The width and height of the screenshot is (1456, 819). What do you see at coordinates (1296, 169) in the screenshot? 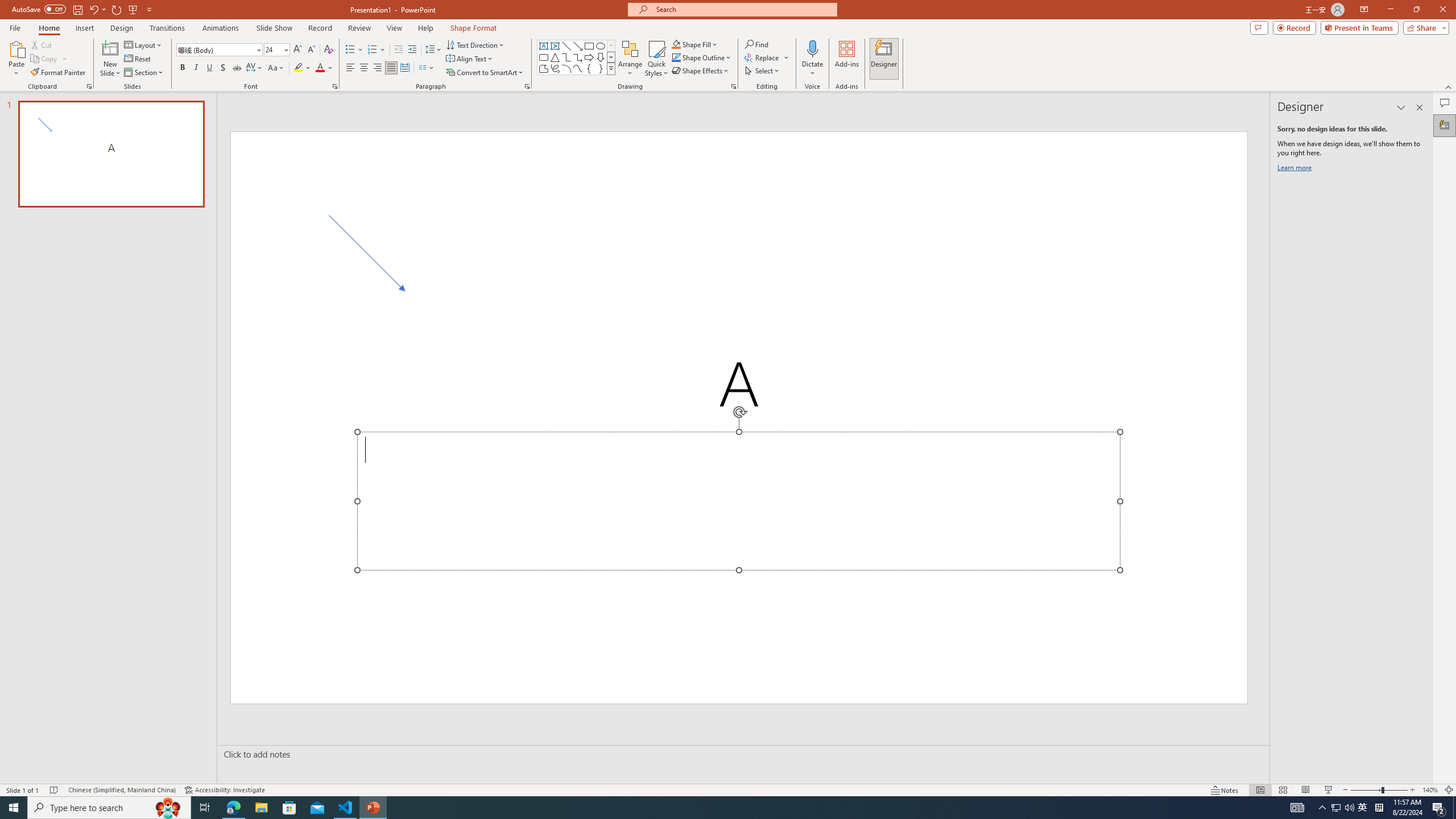
I see `'Learn more'` at bounding box center [1296, 169].